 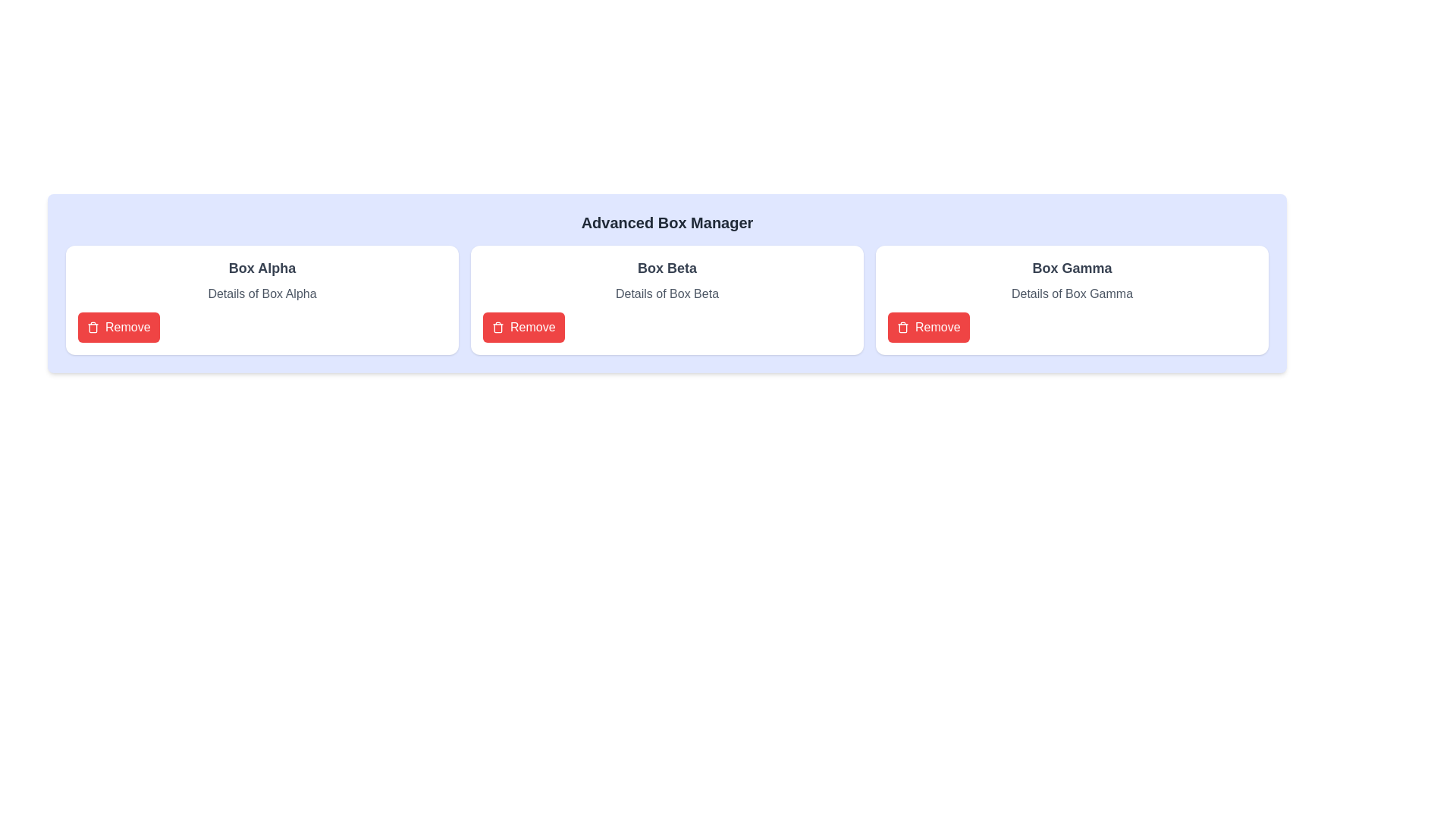 I want to click on the red 'Remove' button with a trash can icon, so click(x=523, y=327).